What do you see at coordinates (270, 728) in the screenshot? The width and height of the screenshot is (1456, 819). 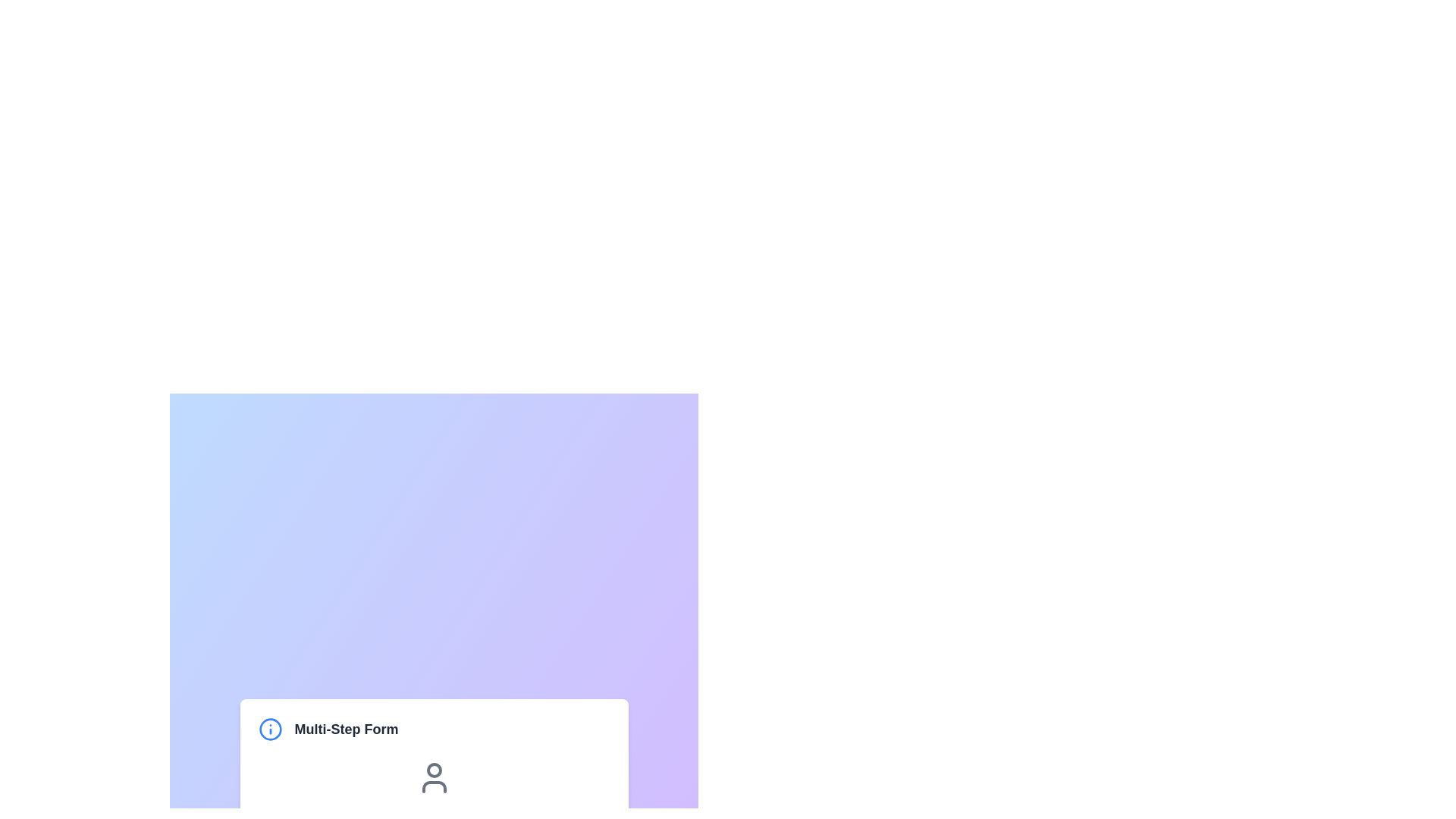 I see `the circular informational icon with a blue outline and 'i' symbol, which is positioned to the left of the 'Multi-Step Form' heading` at bounding box center [270, 728].